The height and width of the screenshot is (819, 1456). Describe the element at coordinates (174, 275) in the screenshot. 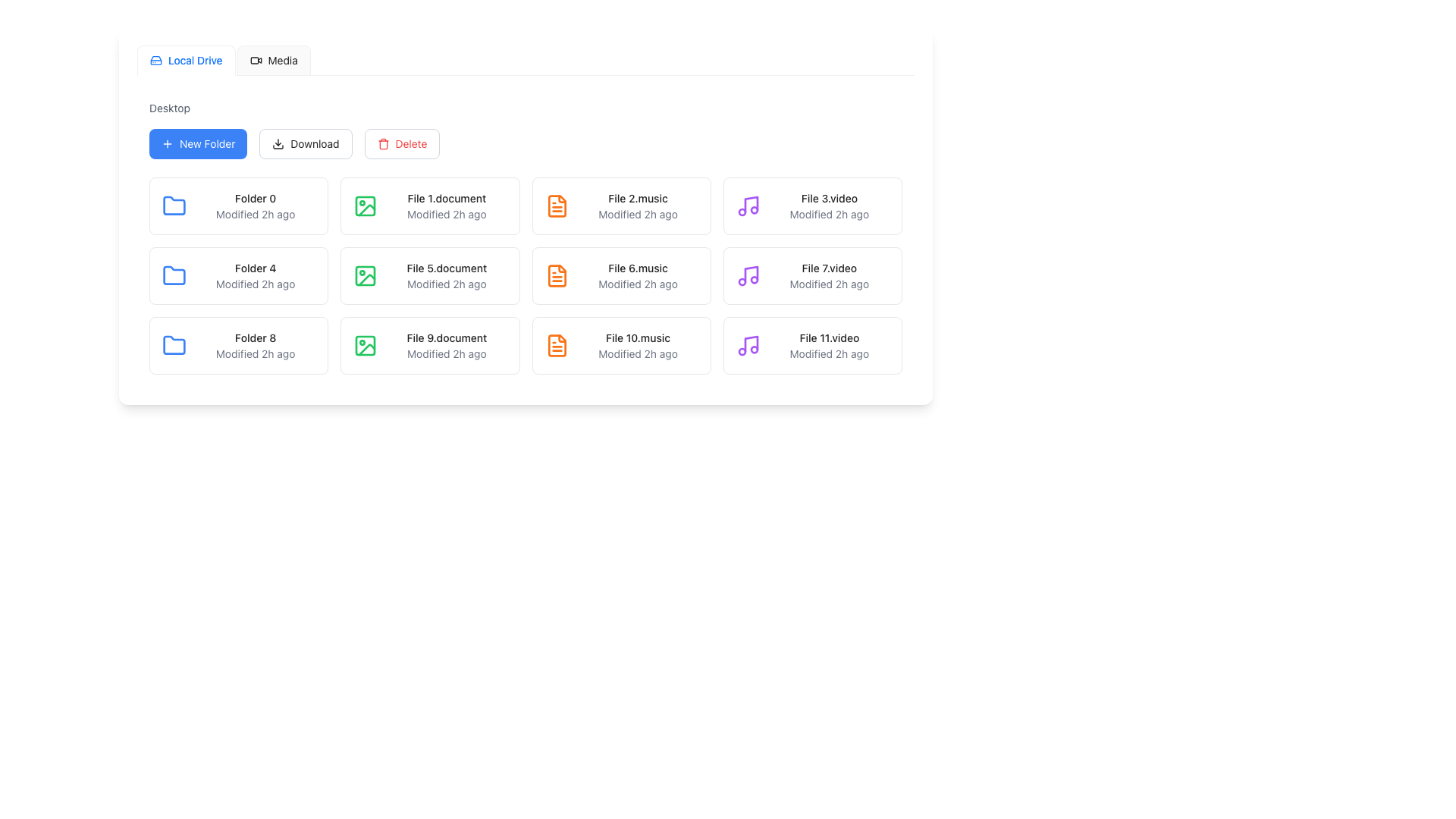

I see `the folder icon representing 'Folder 4'` at that location.